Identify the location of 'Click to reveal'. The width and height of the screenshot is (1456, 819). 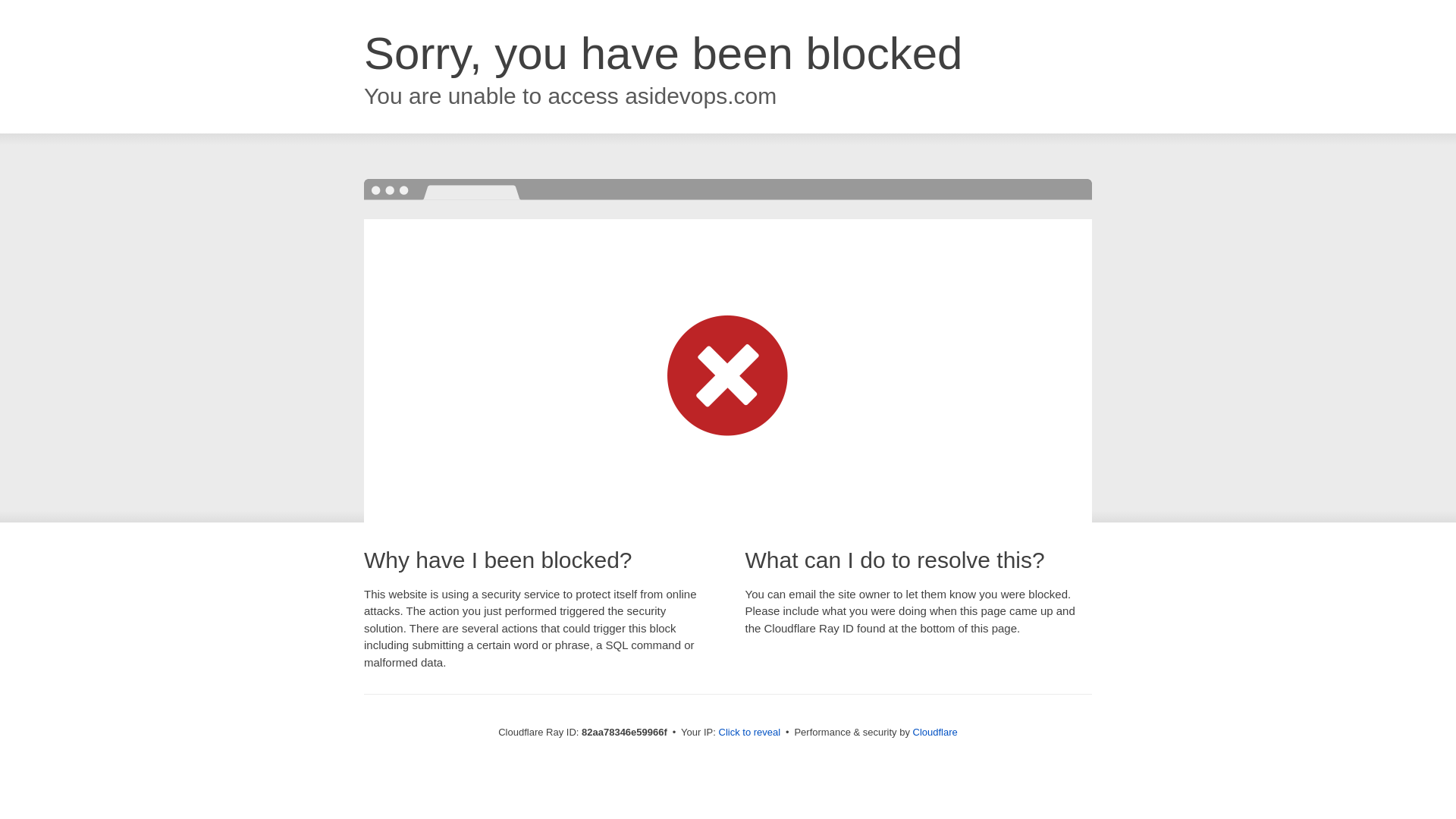
(718, 731).